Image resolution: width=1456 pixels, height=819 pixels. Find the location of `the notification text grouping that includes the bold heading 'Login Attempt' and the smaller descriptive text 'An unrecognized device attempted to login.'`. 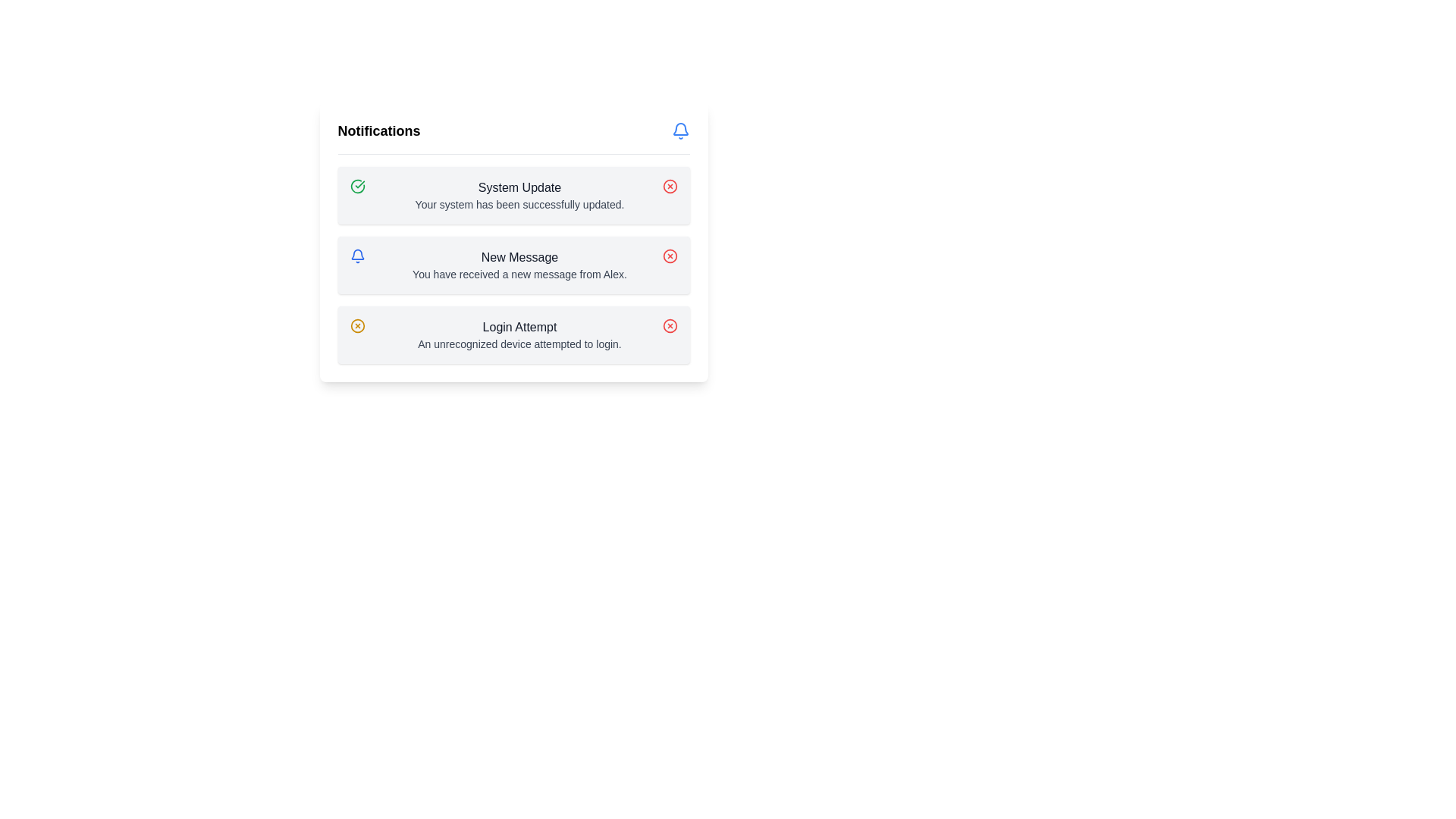

the notification text grouping that includes the bold heading 'Login Attempt' and the smaller descriptive text 'An unrecognized device attempted to login.' is located at coordinates (519, 334).